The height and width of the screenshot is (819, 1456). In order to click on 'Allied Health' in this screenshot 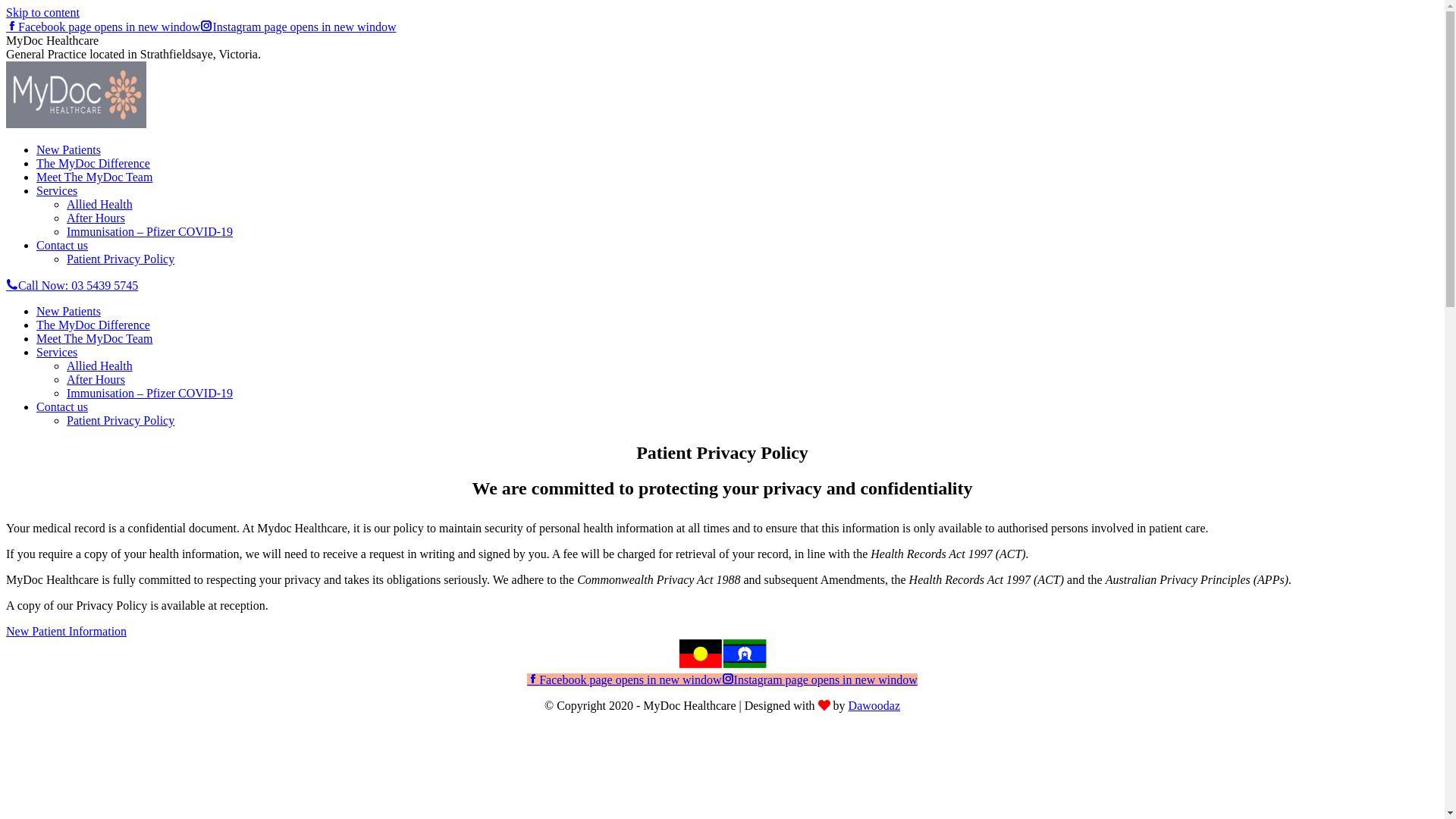, I will do `click(99, 366)`.